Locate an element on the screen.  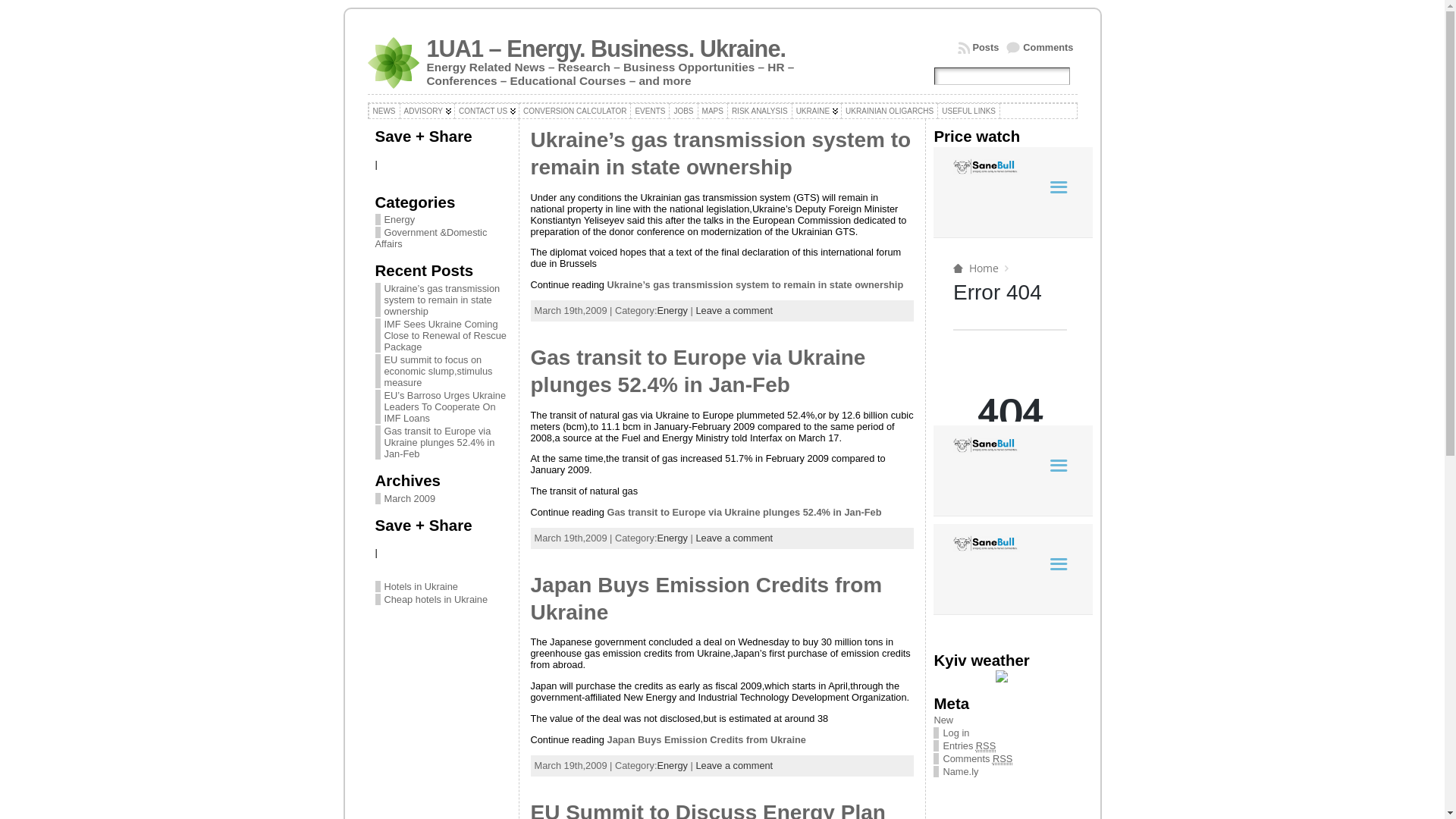
'Cheap hotels in Ukraine' is located at coordinates (435, 598).